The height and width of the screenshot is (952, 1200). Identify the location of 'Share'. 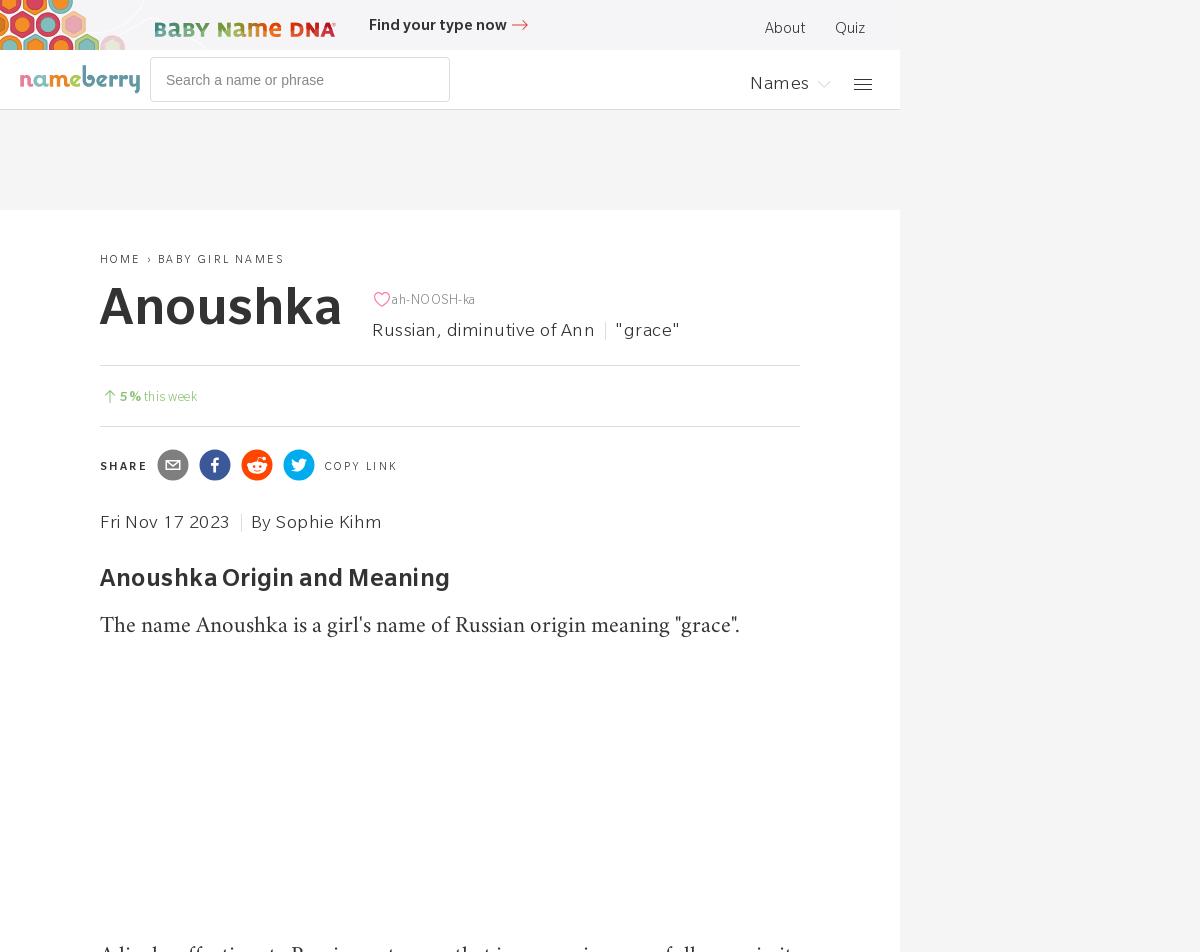
(123, 466).